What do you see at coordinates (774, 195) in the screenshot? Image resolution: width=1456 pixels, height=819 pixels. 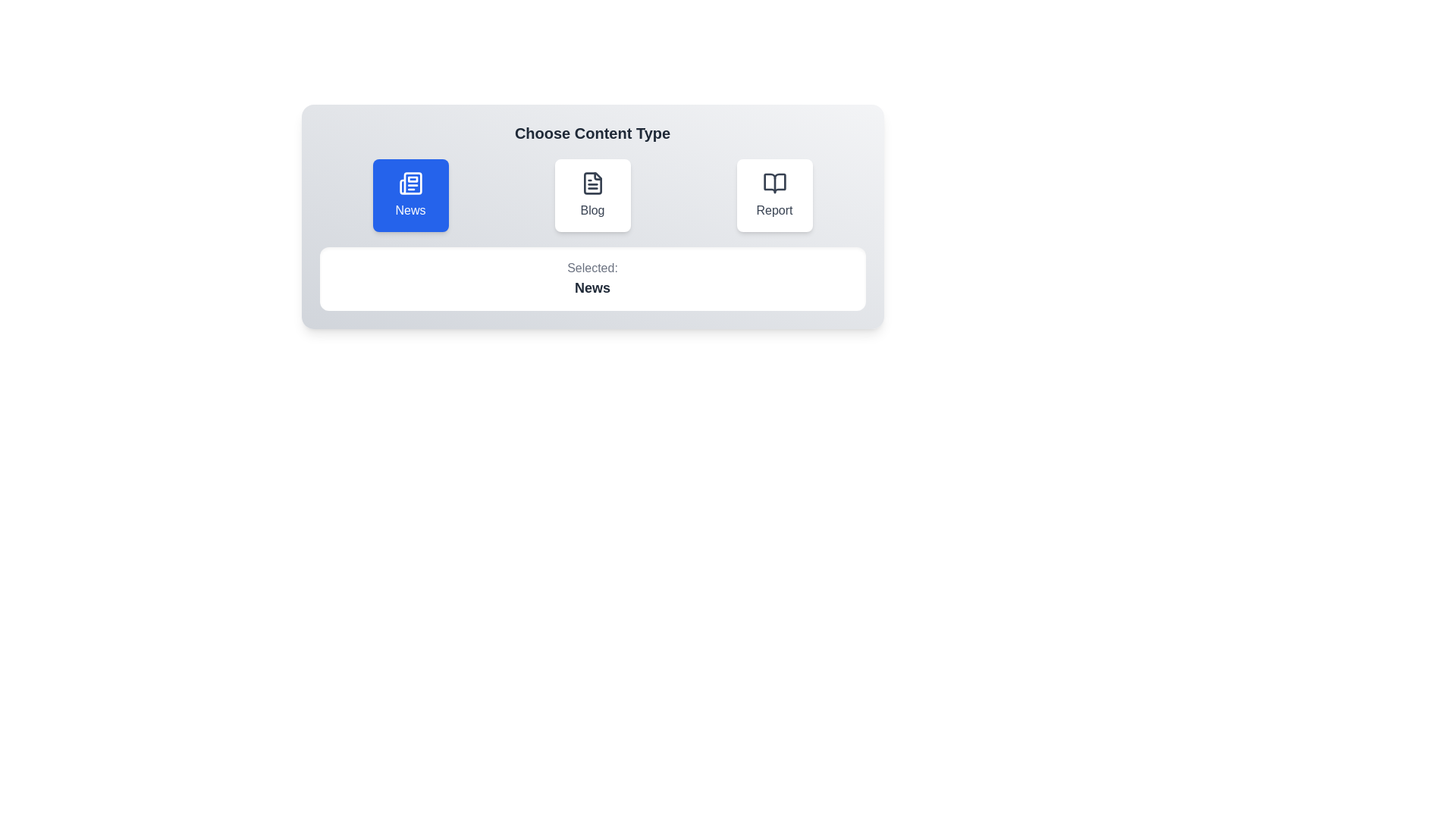 I see `the Report button to observe its hover effect` at bounding box center [774, 195].